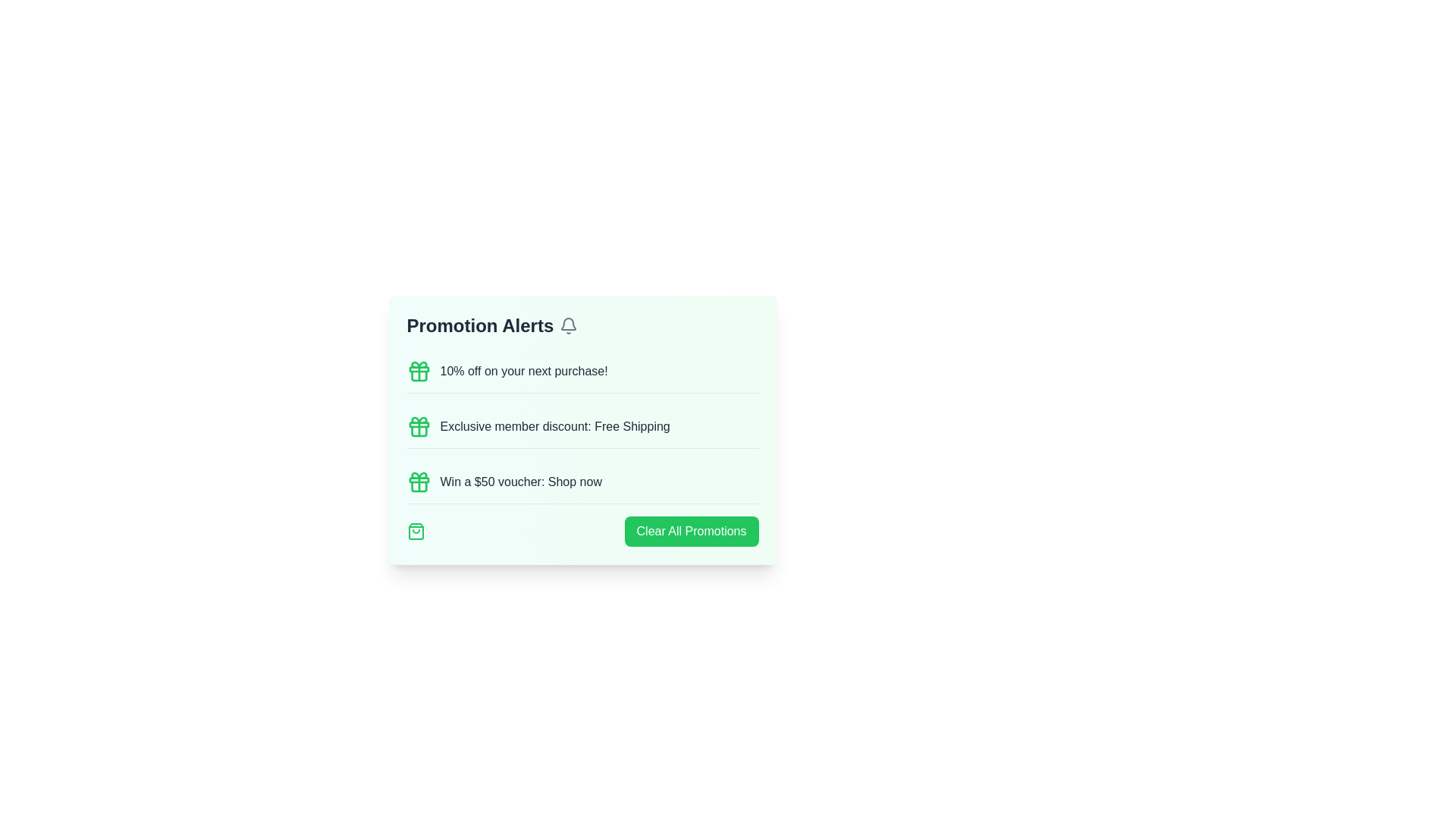 The image size is (1456, 819). I want to click on an individual promotion within the 'Promotion Alerts' section of the List with promotional items, which is visually structured for user reference, so click(582, 447).